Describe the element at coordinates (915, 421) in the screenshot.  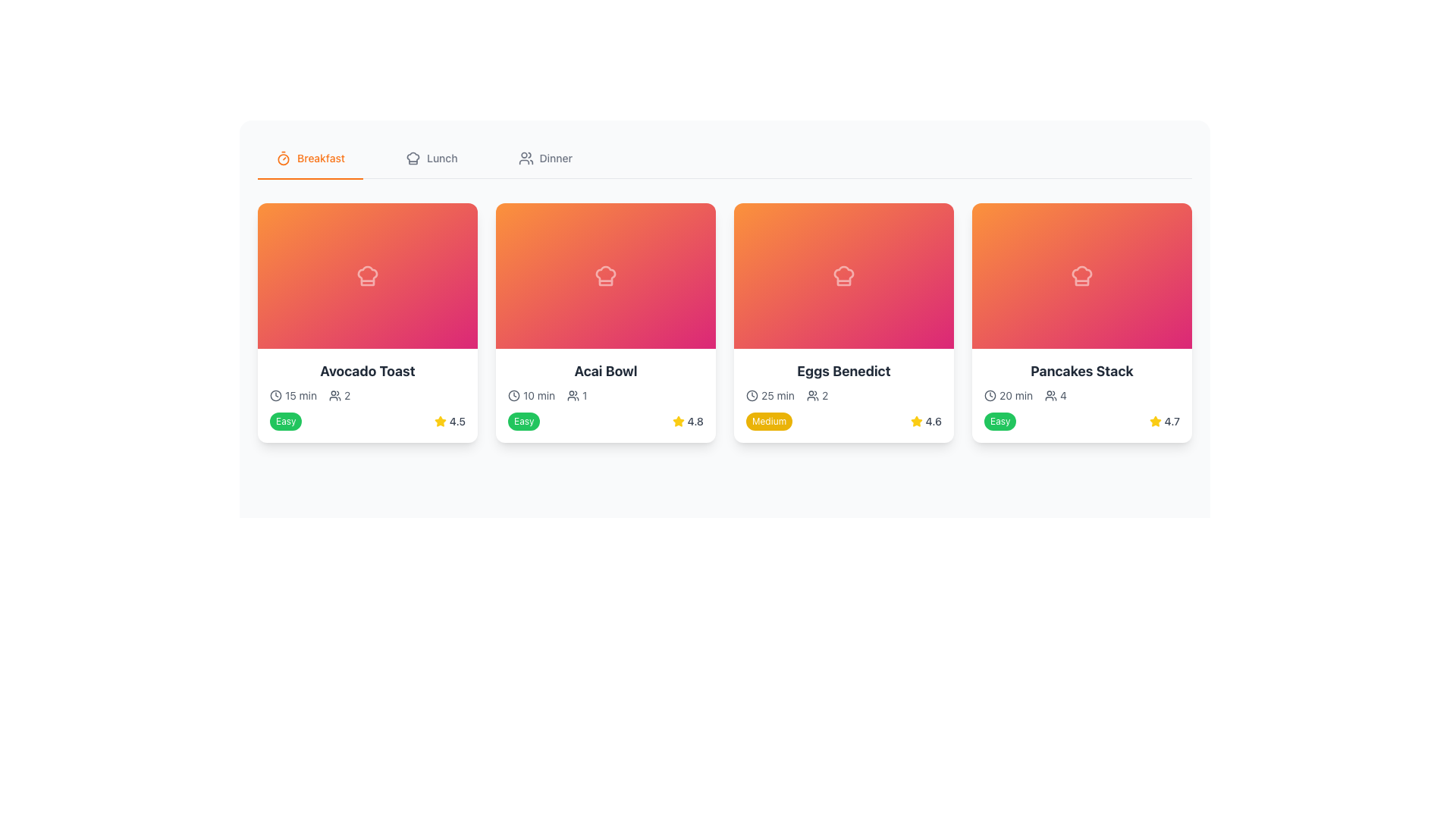
I see `the rating icon located in the bottom-right corner of the food item card if it is interactive` at that location.